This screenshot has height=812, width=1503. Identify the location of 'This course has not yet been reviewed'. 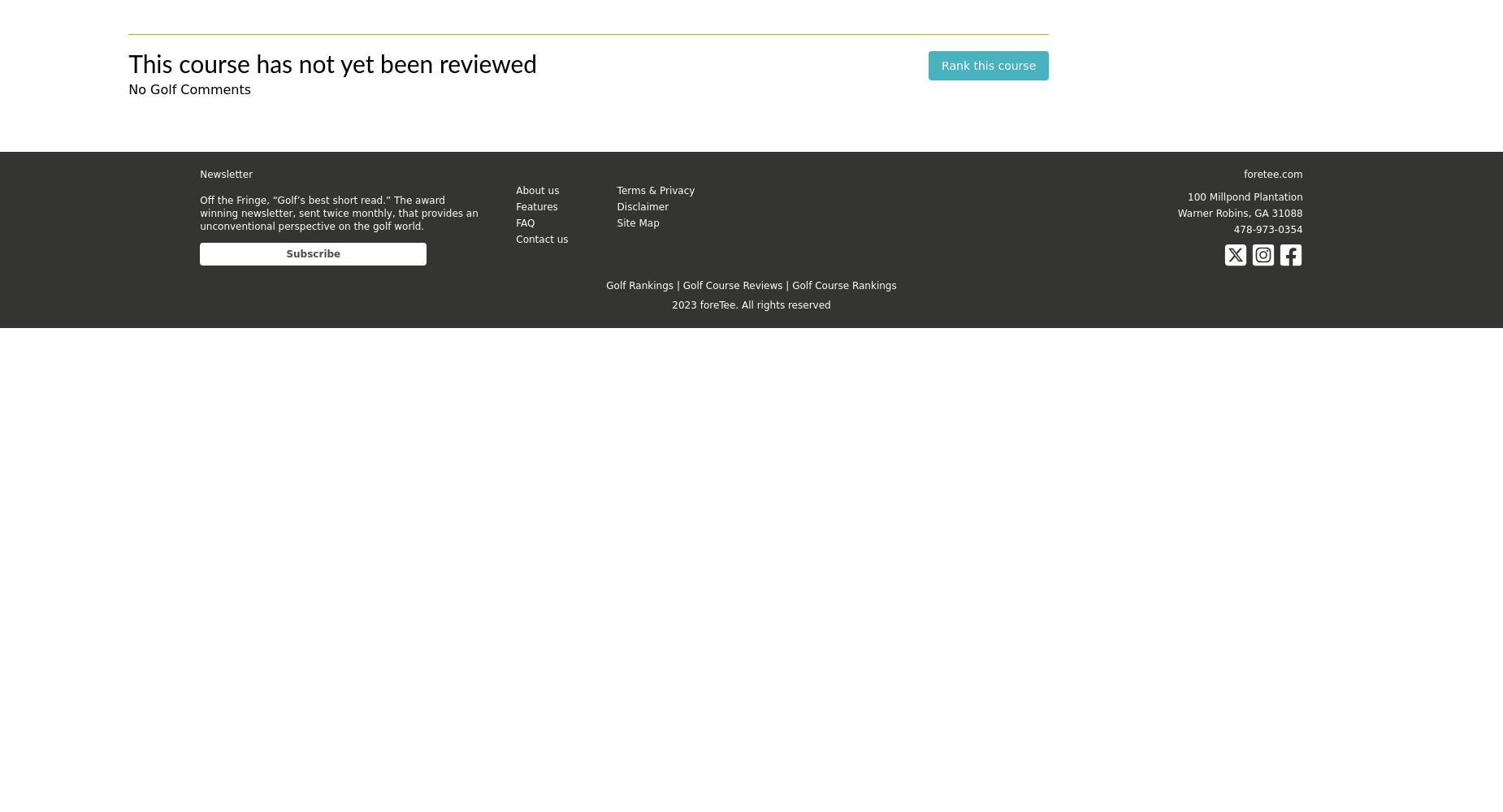
(127, 65).